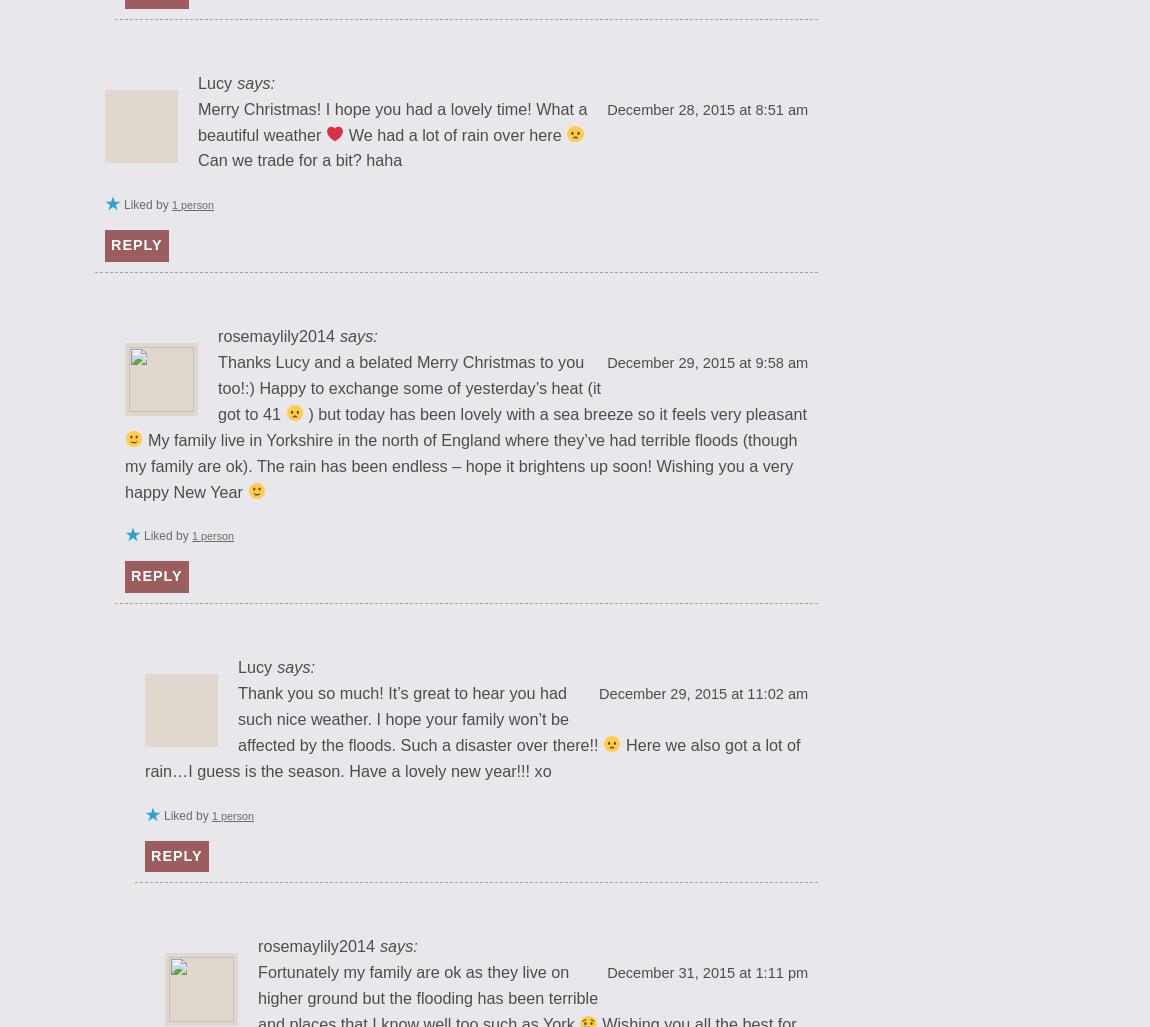 This screenshot has height=1027, width=1150. Describe the element at coordinates (455, 134) in the screenshot. I see `'We had a lot of rain over here'` at that location.